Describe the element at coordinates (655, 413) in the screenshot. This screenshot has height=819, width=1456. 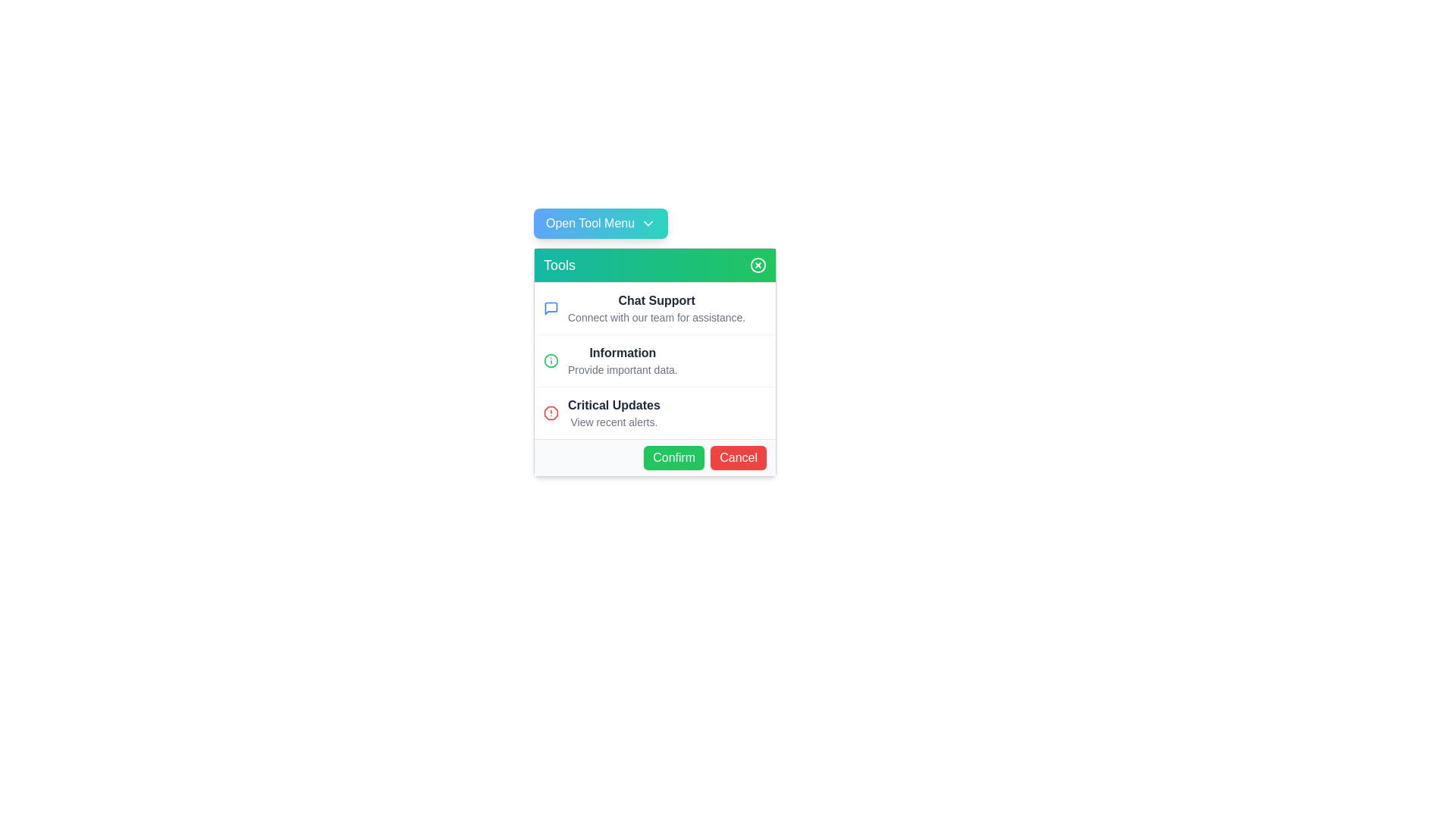
I see `the third row in the vertical list marked with an icon` at that location.